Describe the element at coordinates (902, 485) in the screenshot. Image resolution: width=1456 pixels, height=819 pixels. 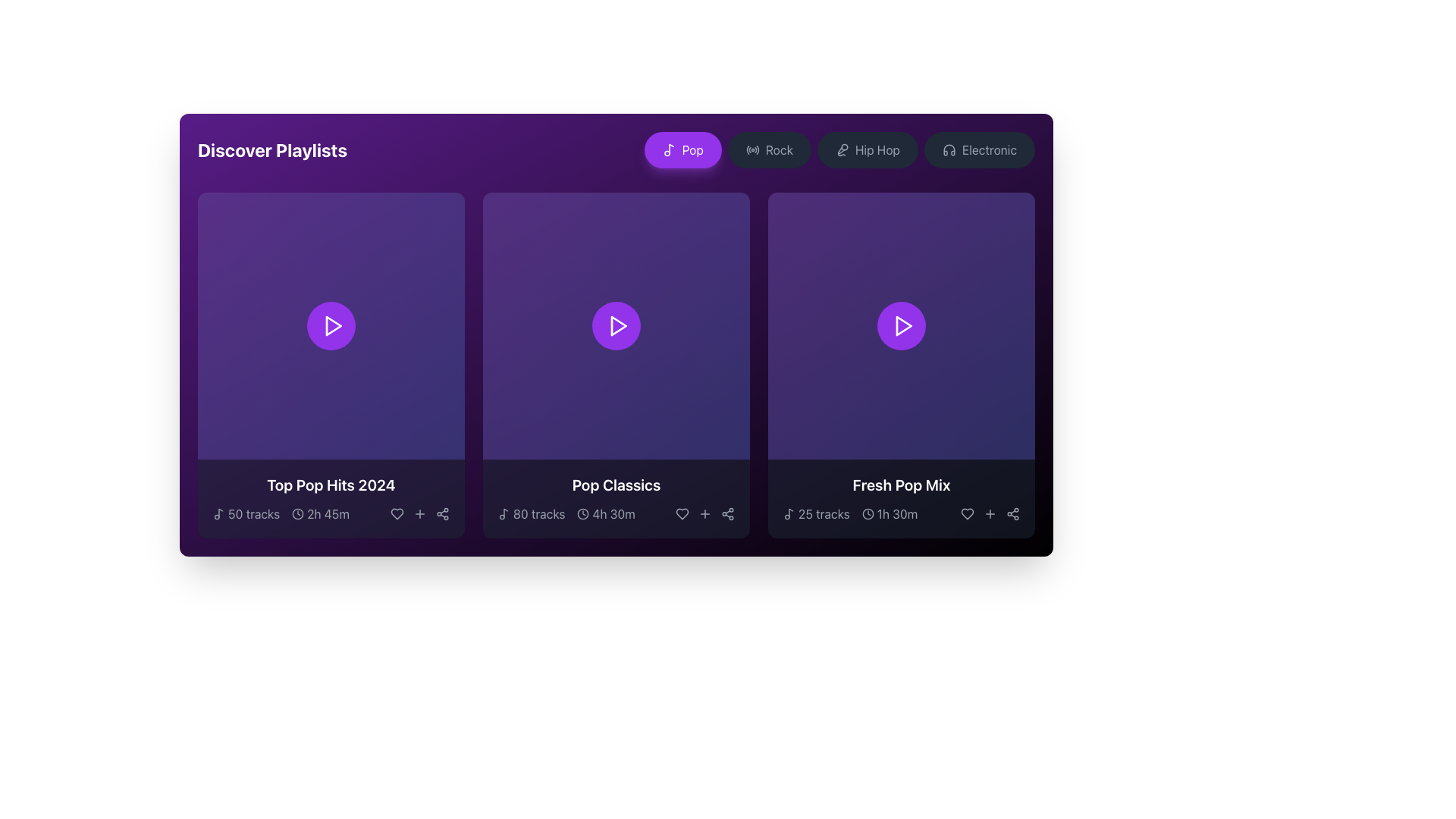
I see `the Text label that serves as the header for the 'Fresh Pop Mix' playlist, located in the center of the bottom segment of the rightmost playlist card` at that location.